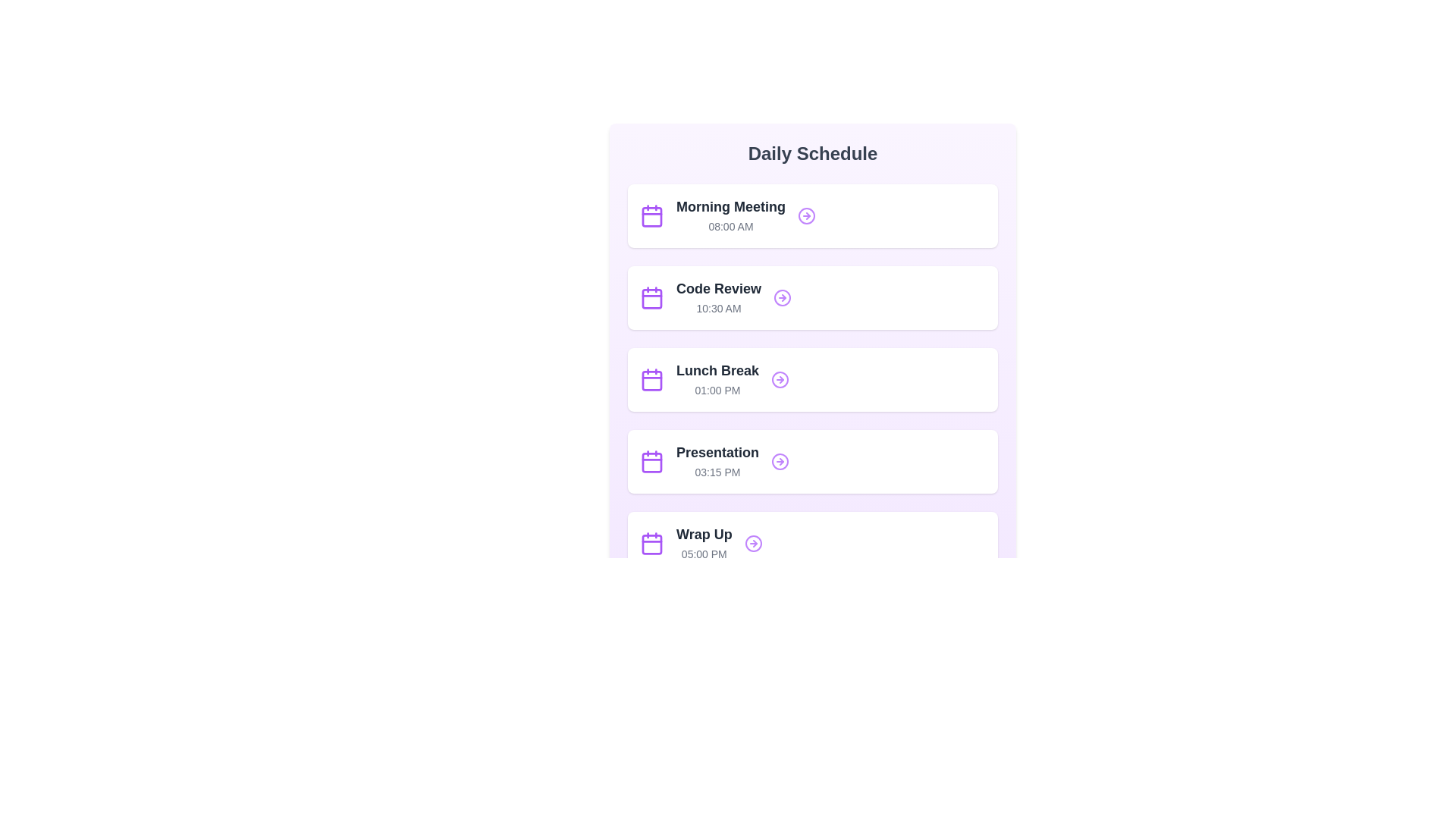 Image resolution: width=1456 pixels, height=819 pixels. What do you see at coordinates (651, 379) in the screenshot?
I see `the main rectangular section of the calendar icon, which visually represents the area for date-related data` at bounding box center [651, 379].